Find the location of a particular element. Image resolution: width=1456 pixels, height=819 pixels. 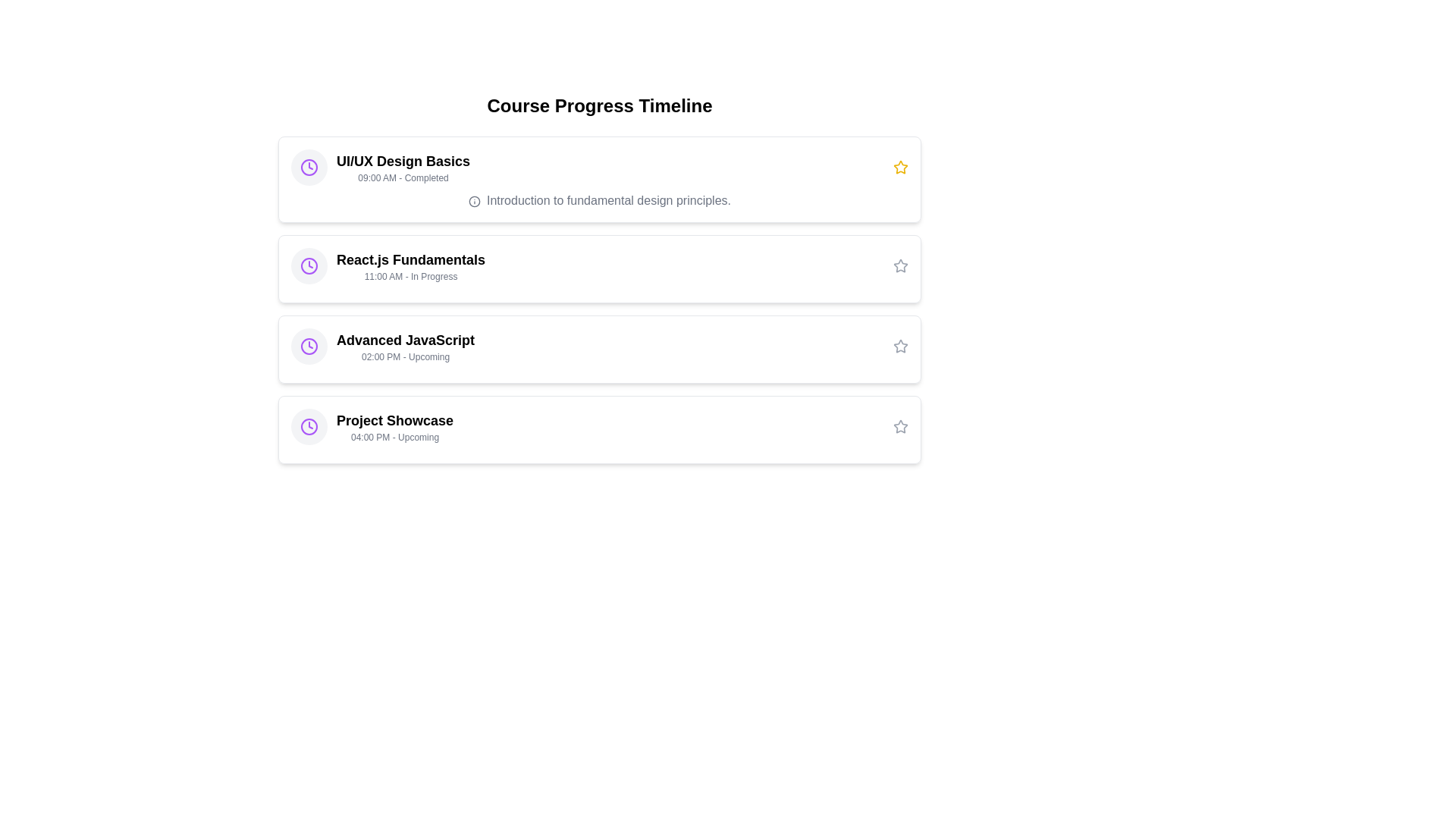

the decorative circular shape within the clock icon associated with the 'React.js Fundamentals' course item is located at coordinates (309, 346).